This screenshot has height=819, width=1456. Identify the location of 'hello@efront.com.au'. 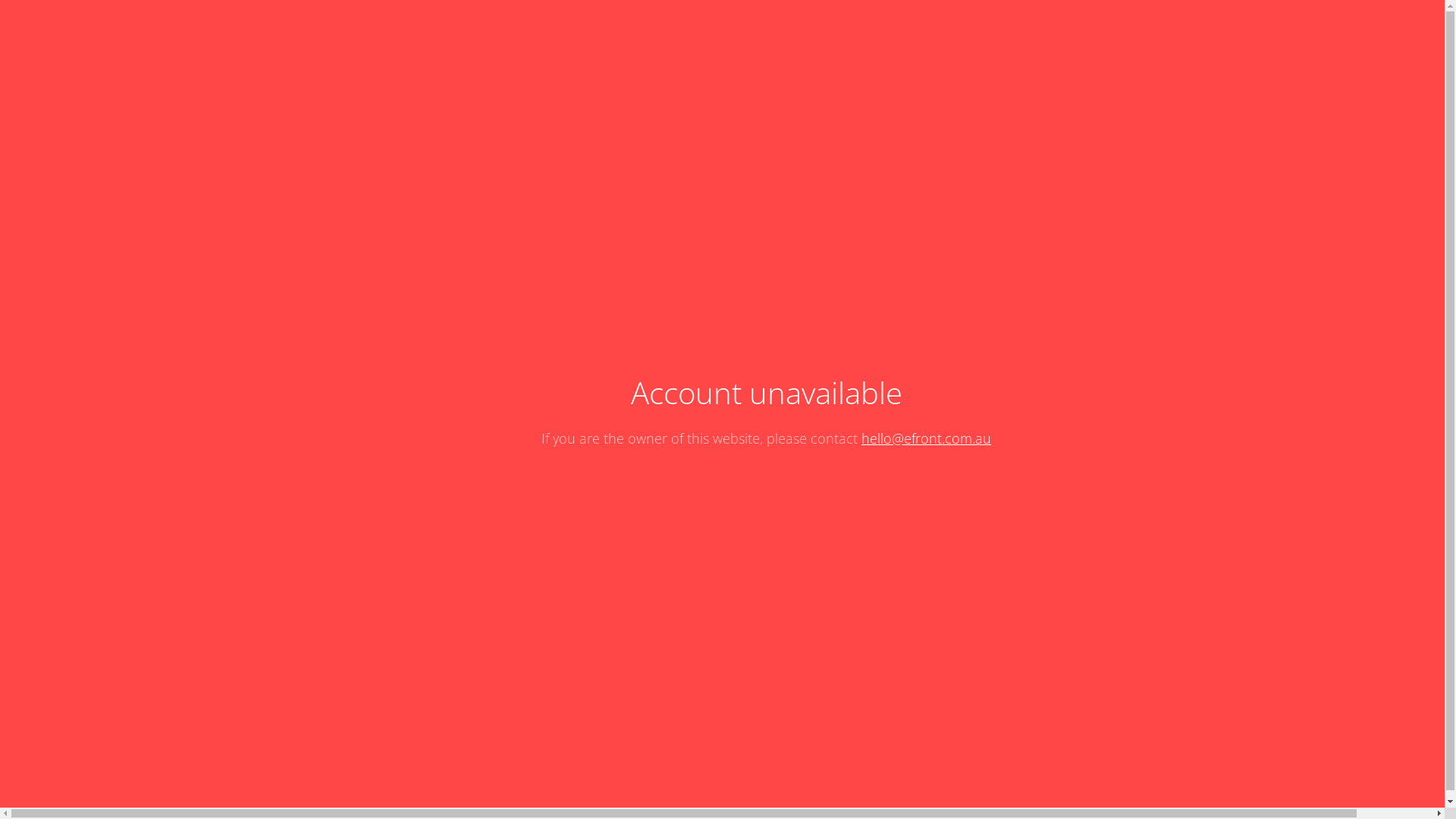
(925, 438).